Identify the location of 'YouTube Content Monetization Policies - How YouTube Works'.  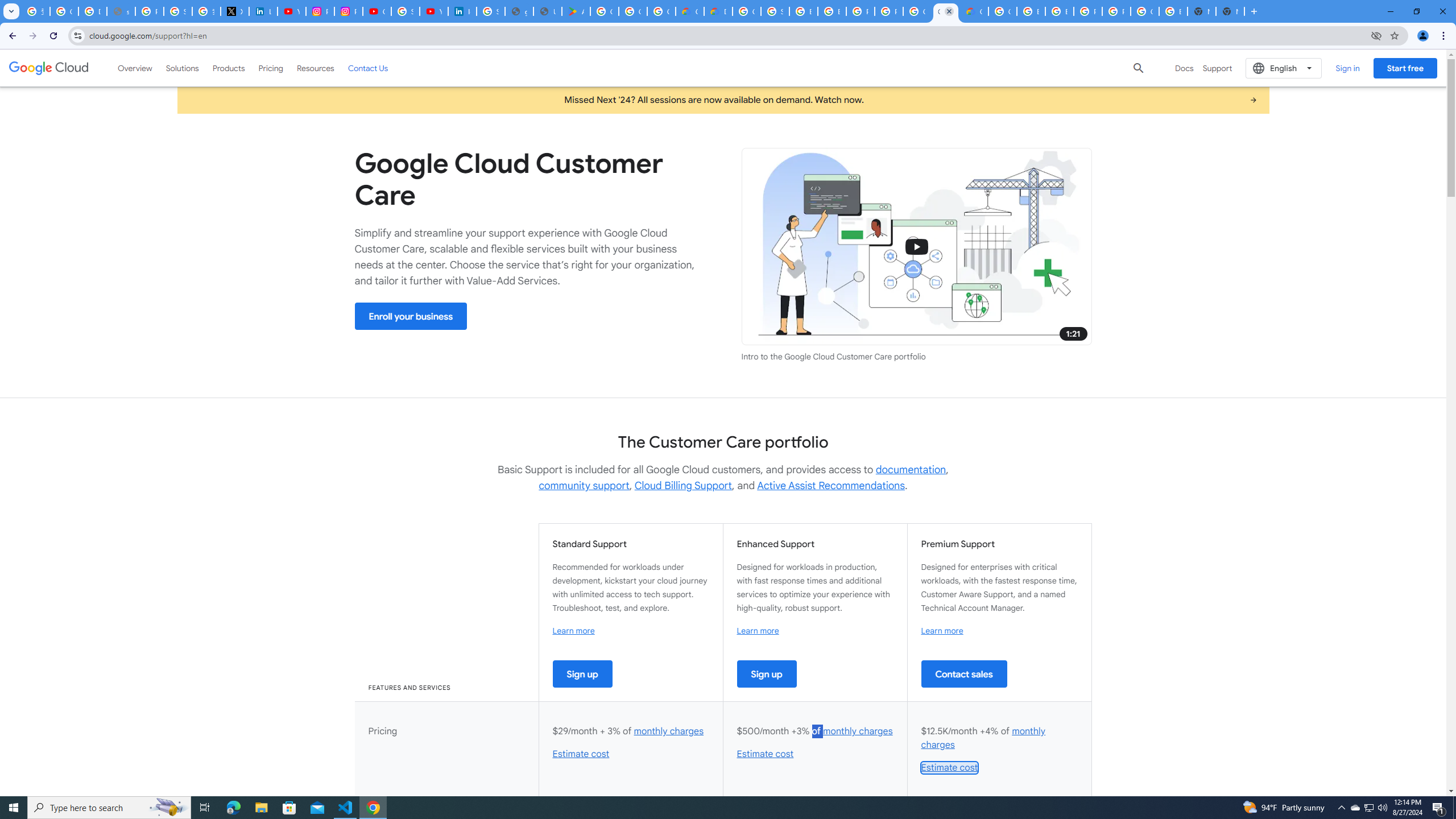
(292, 11).